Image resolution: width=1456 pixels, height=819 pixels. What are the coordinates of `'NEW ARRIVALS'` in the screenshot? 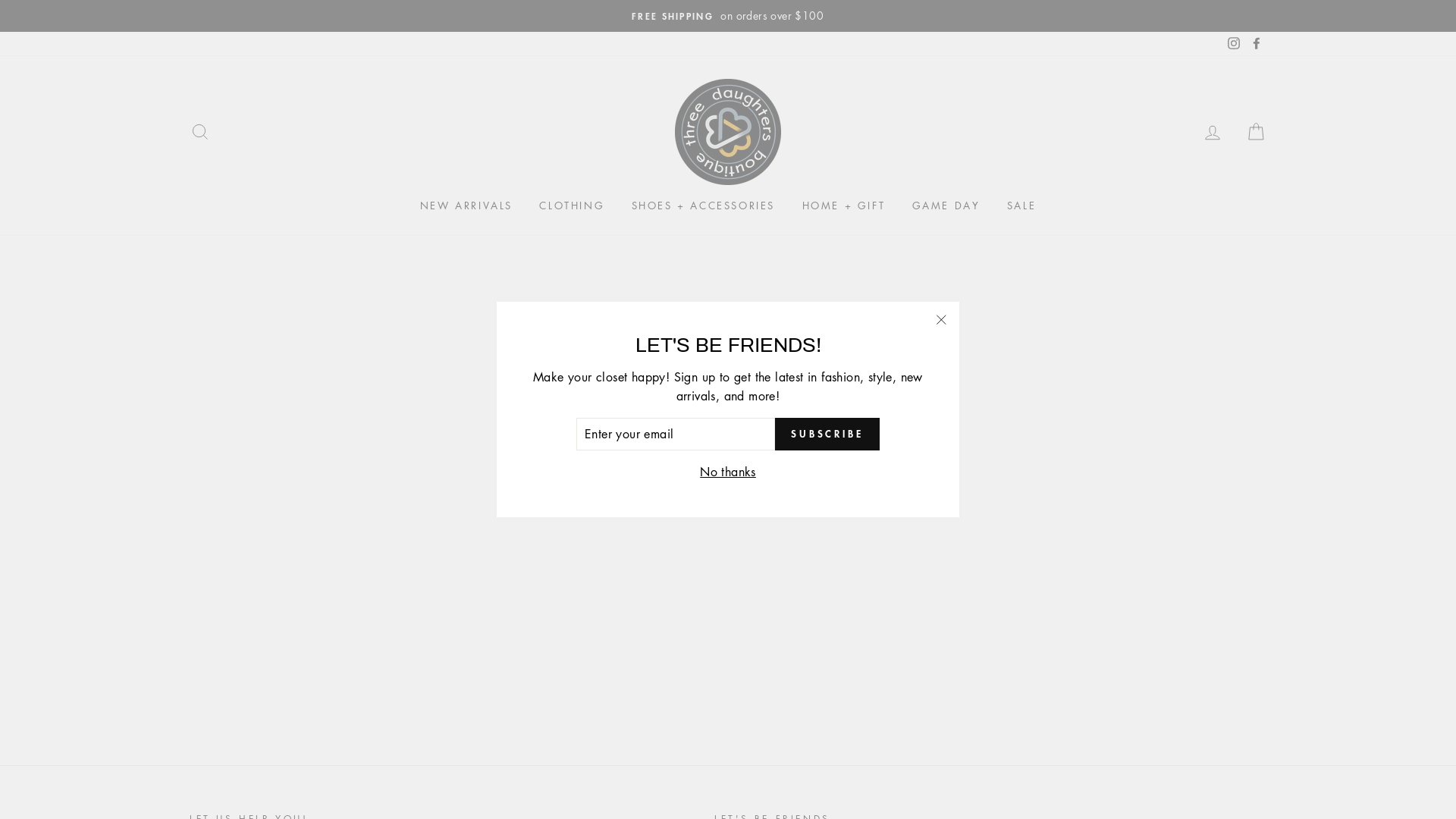 It's located at (465, 206).